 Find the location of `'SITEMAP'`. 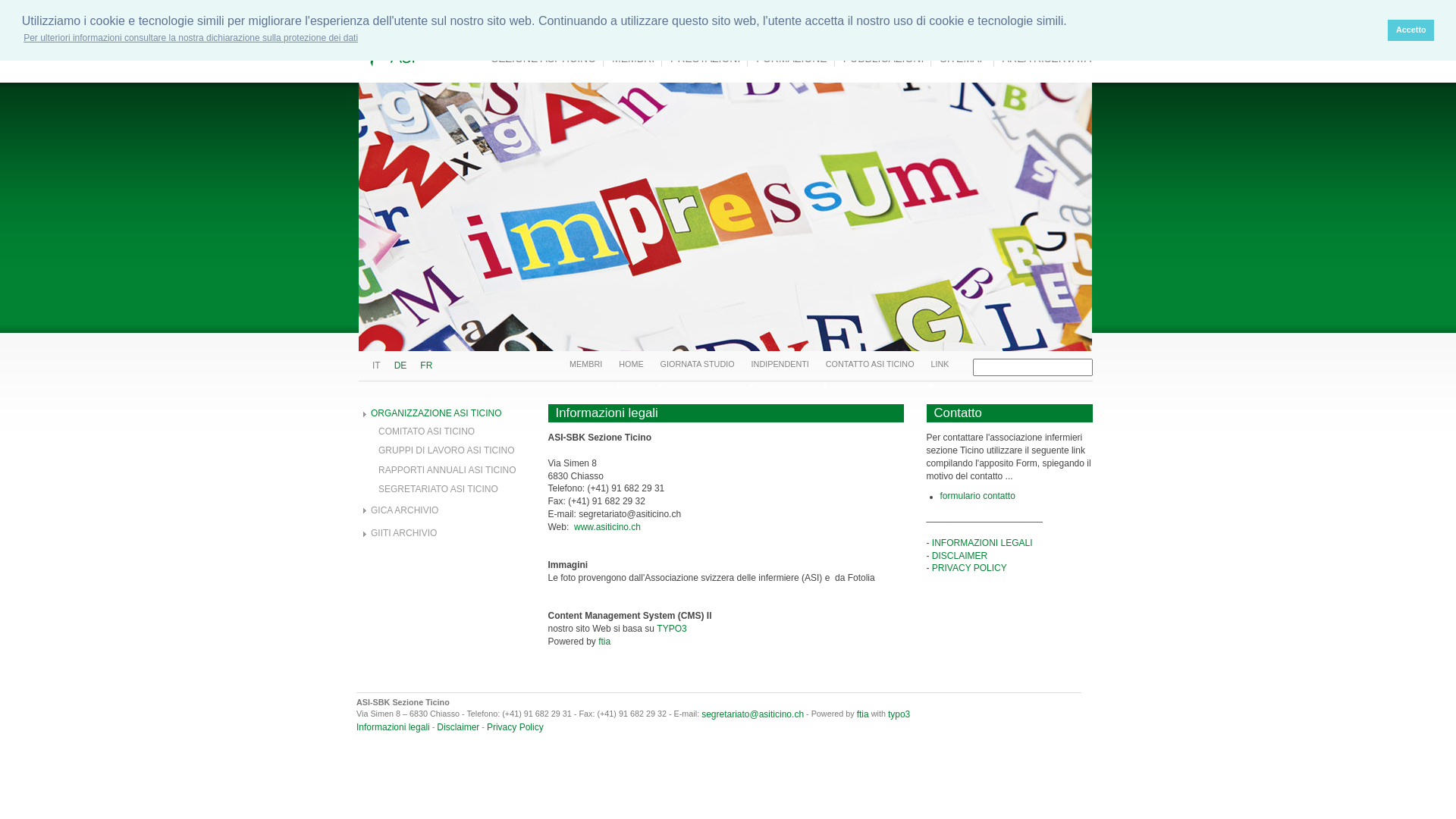

'SITEMAP' is located at coordinates (962, 58).